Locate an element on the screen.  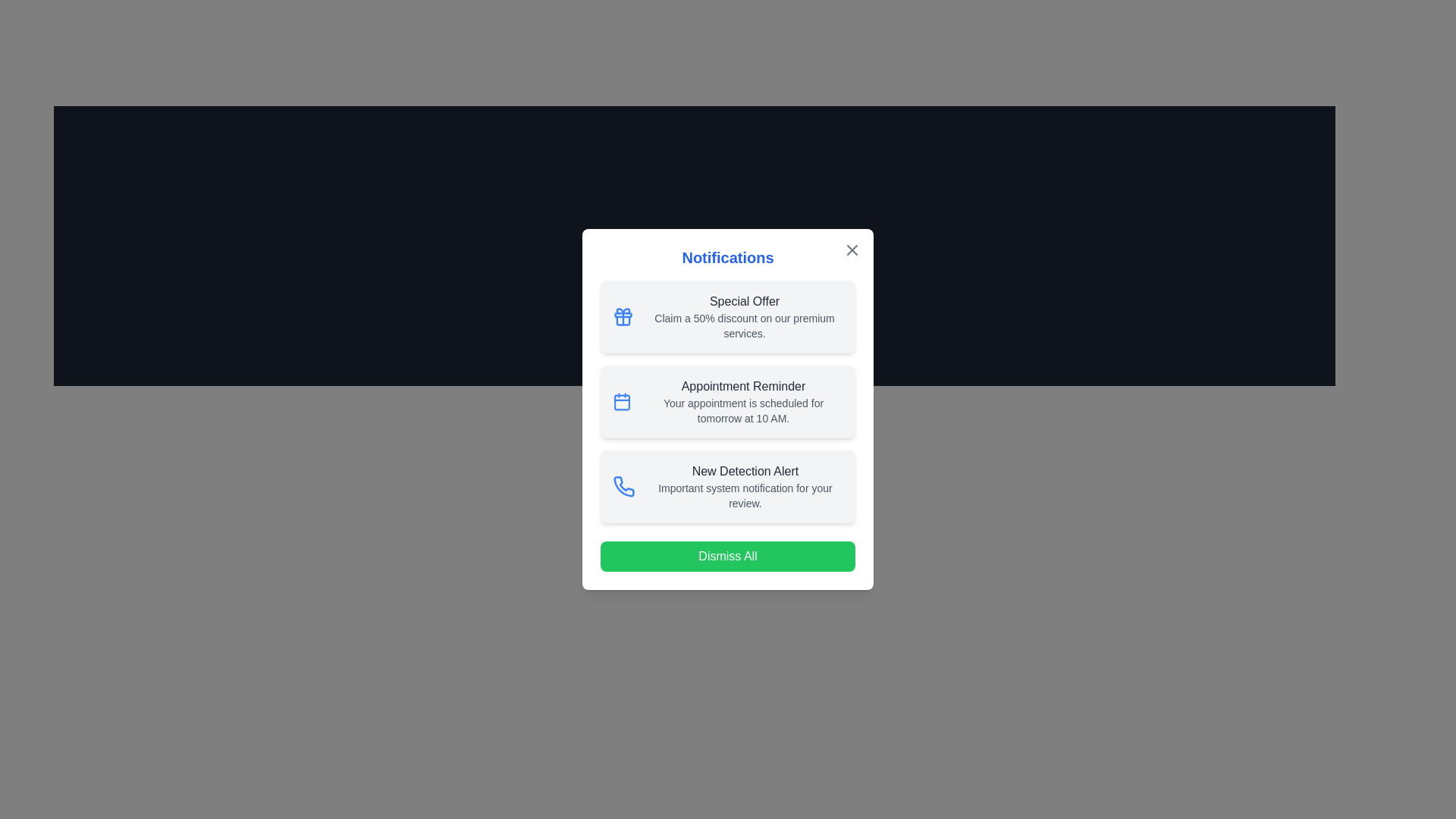
the blue calendar icon located to the left of the text 'Appointment Reminder' in the second notification entry is located at coordinates (622, 400).